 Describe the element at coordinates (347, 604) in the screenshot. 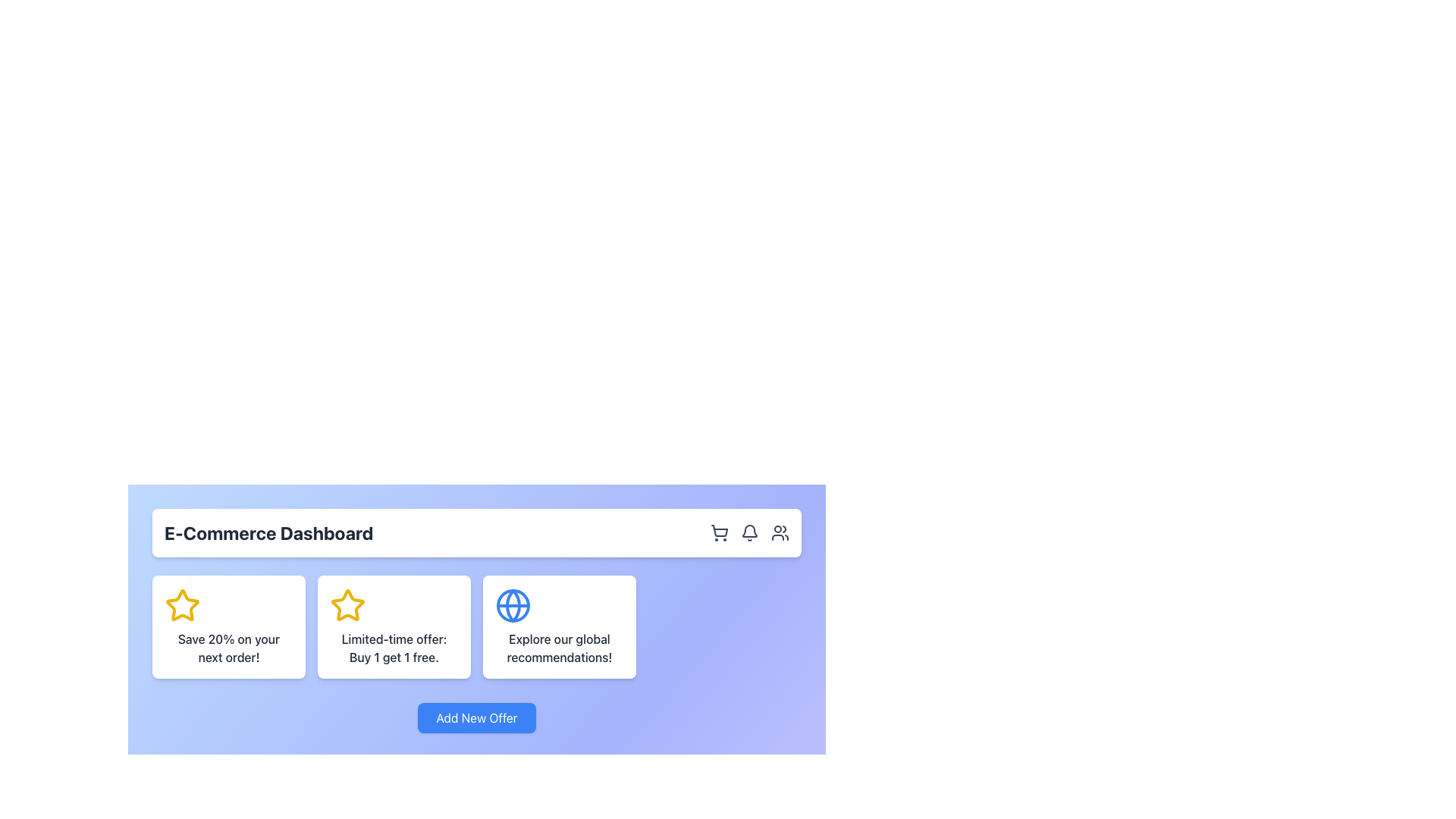

I see `the Graphic Icon located at the center of the card that contains the text 'Limited-time offer: Buy 1 get 1 free.'` at that location.